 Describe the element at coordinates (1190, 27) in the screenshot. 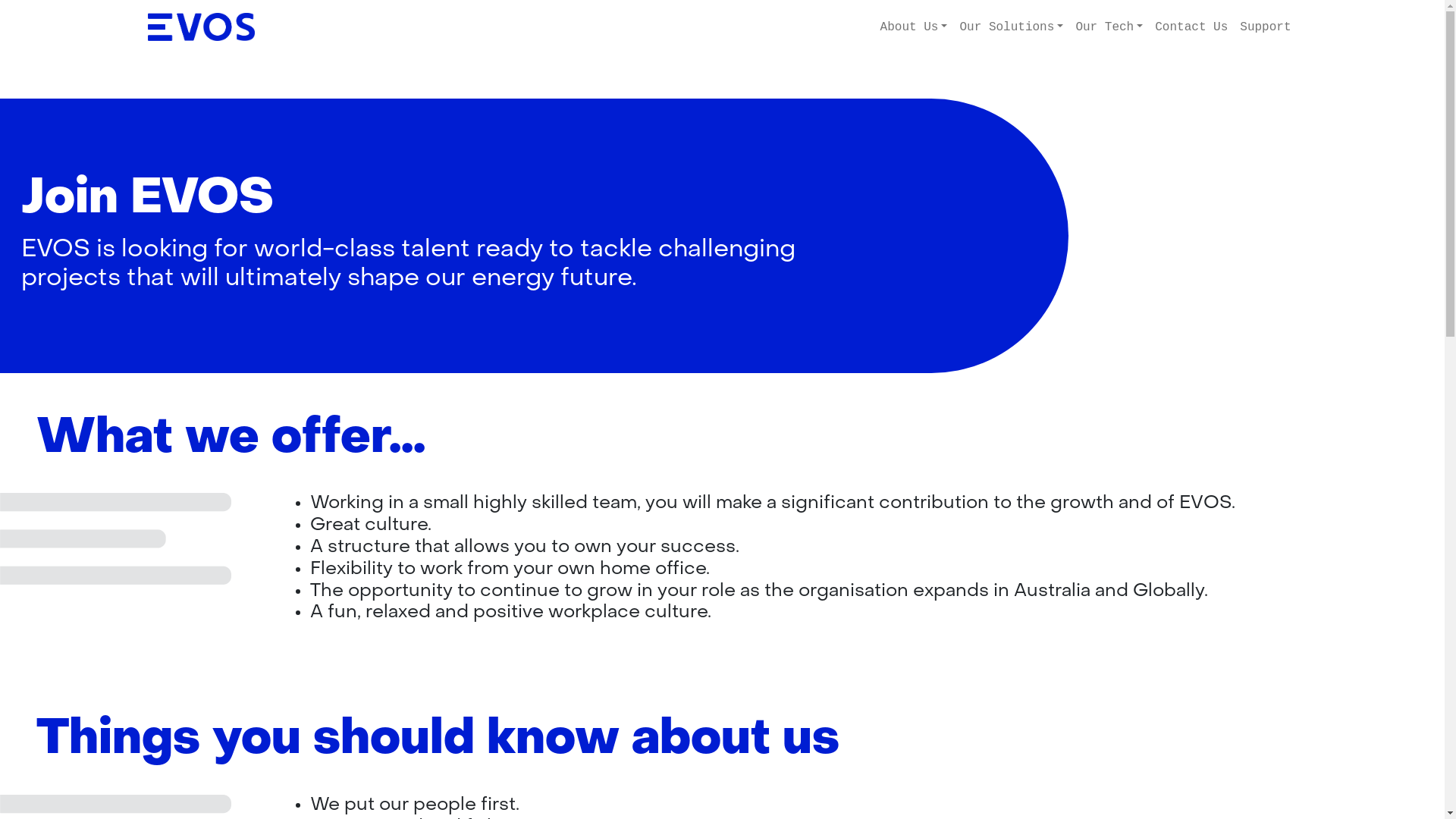

I see `'Contact Us'` at that location.